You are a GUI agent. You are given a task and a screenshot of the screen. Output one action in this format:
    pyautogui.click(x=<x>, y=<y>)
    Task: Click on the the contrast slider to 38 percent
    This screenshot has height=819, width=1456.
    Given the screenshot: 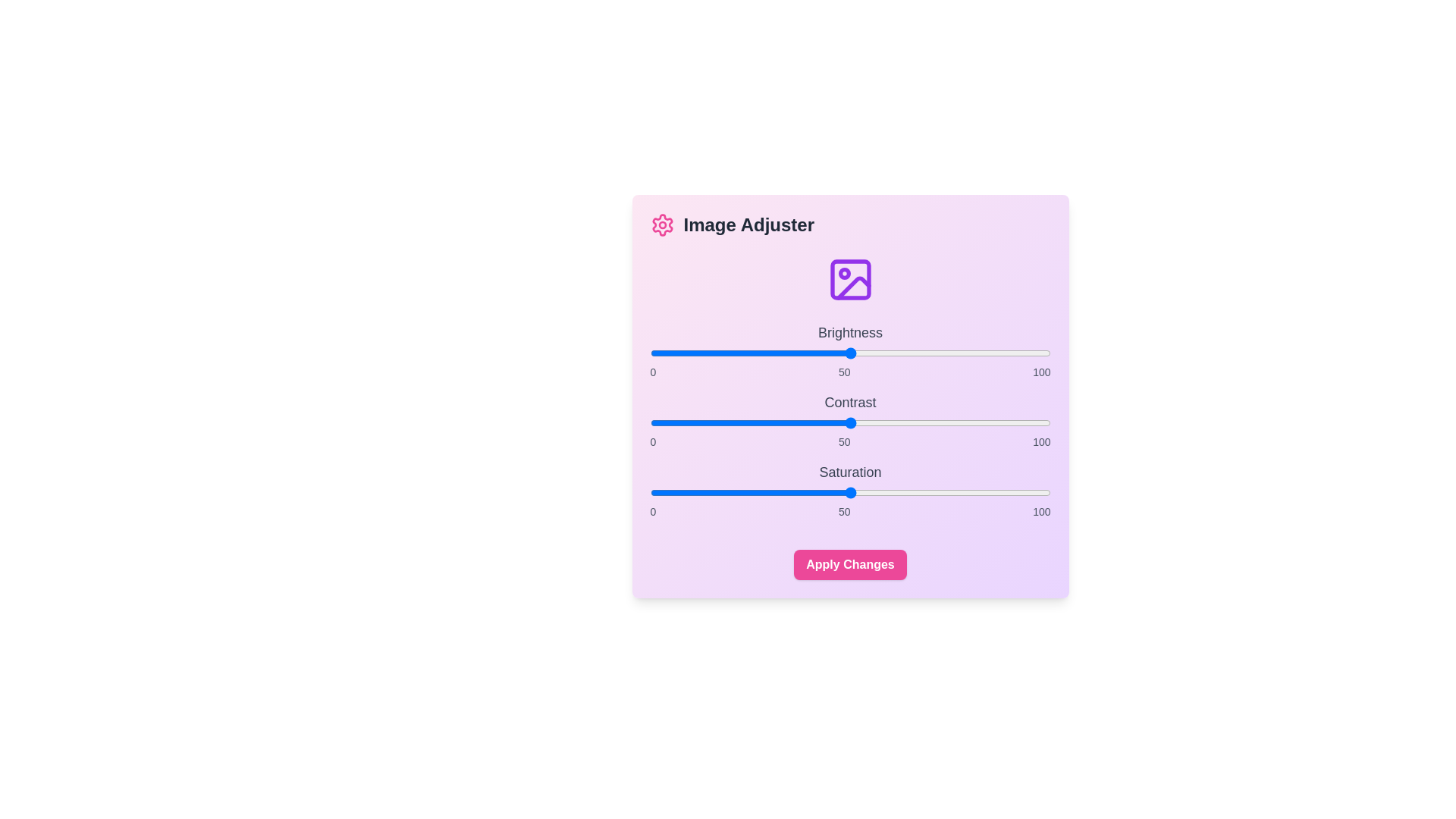 What is the action you would take?
    pyautogui.click(x=802, y=423)
    